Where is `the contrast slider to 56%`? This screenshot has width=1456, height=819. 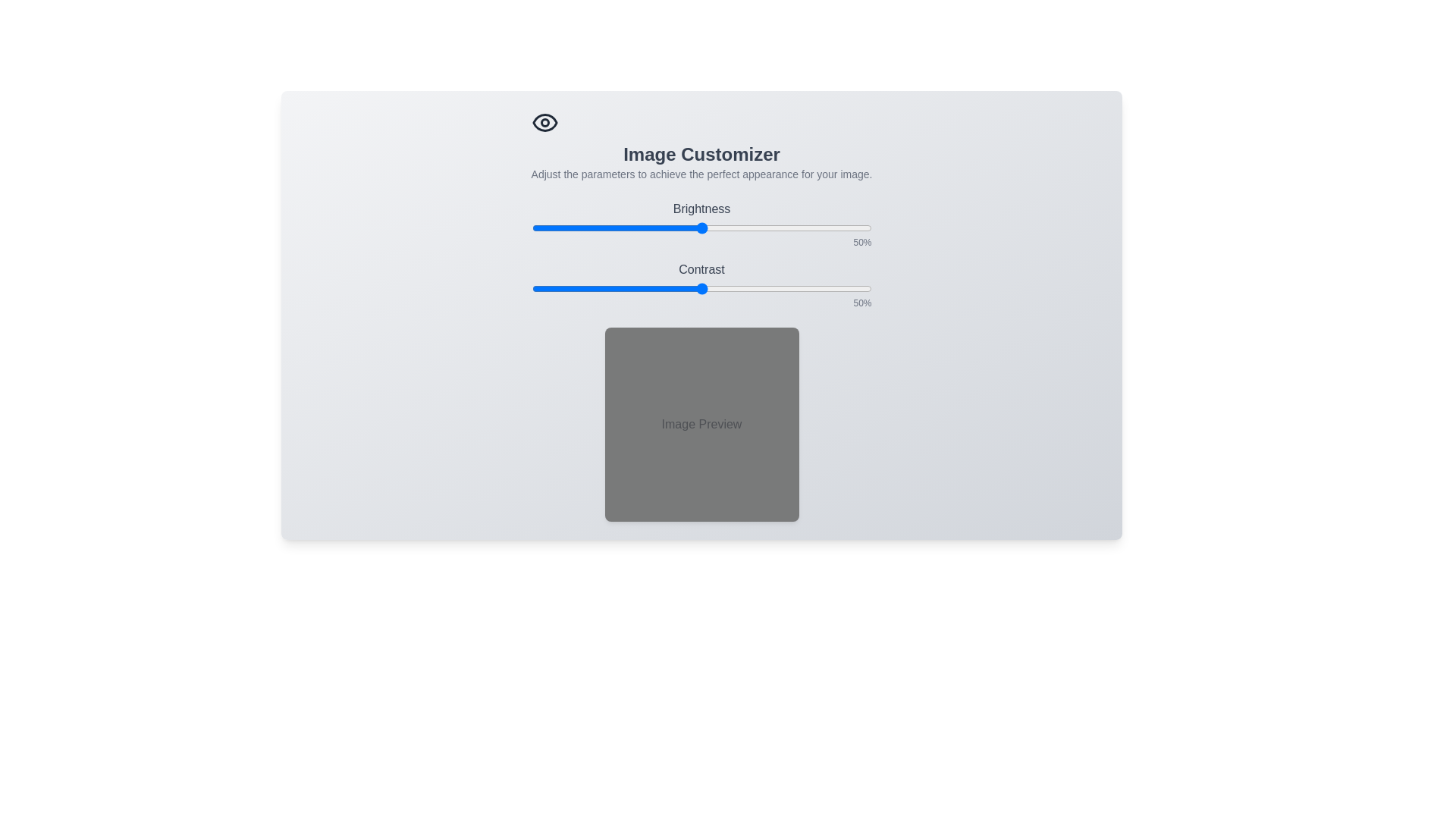
the contrast slider to 56% is located at coordinates (721, 289).